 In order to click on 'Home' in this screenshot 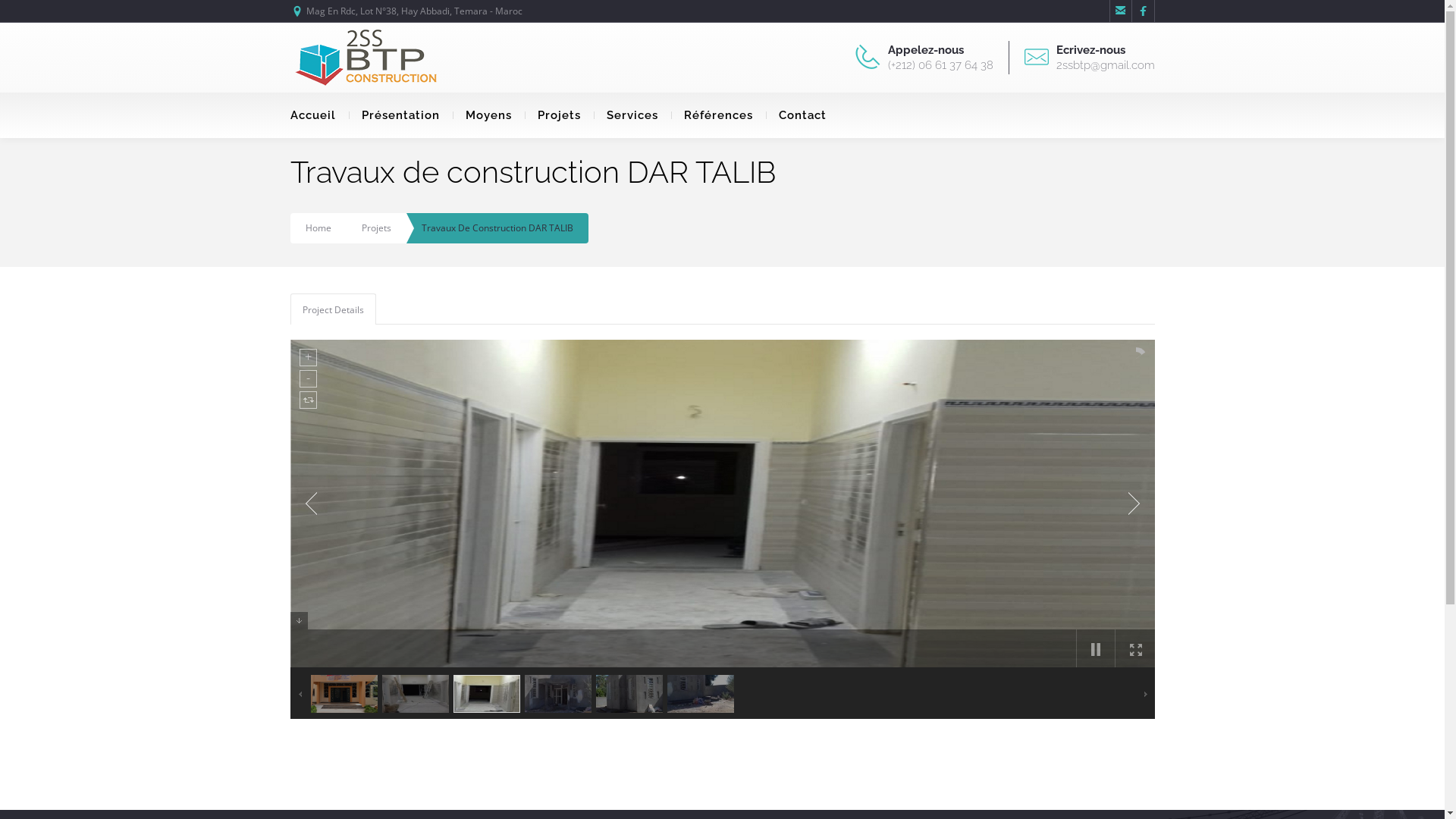, I will do `click(316, 227)`.